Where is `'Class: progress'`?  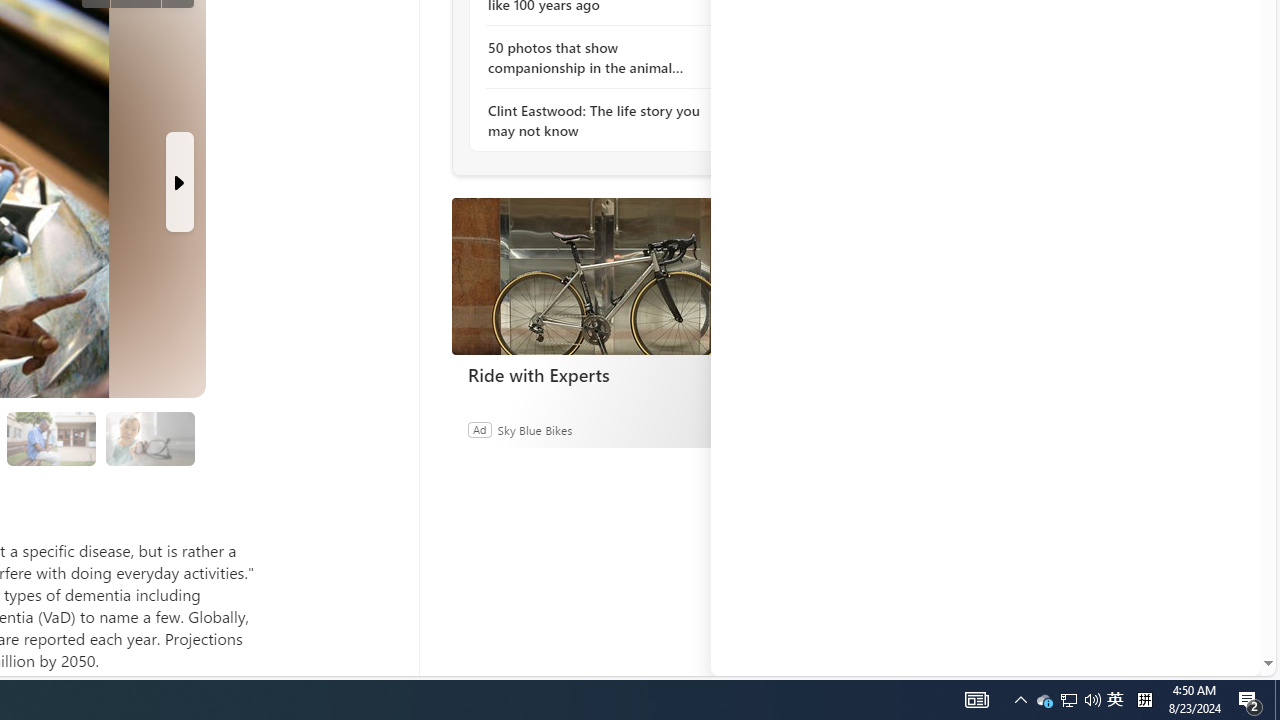 'Class: progress' is located at coordinates (149, 434).